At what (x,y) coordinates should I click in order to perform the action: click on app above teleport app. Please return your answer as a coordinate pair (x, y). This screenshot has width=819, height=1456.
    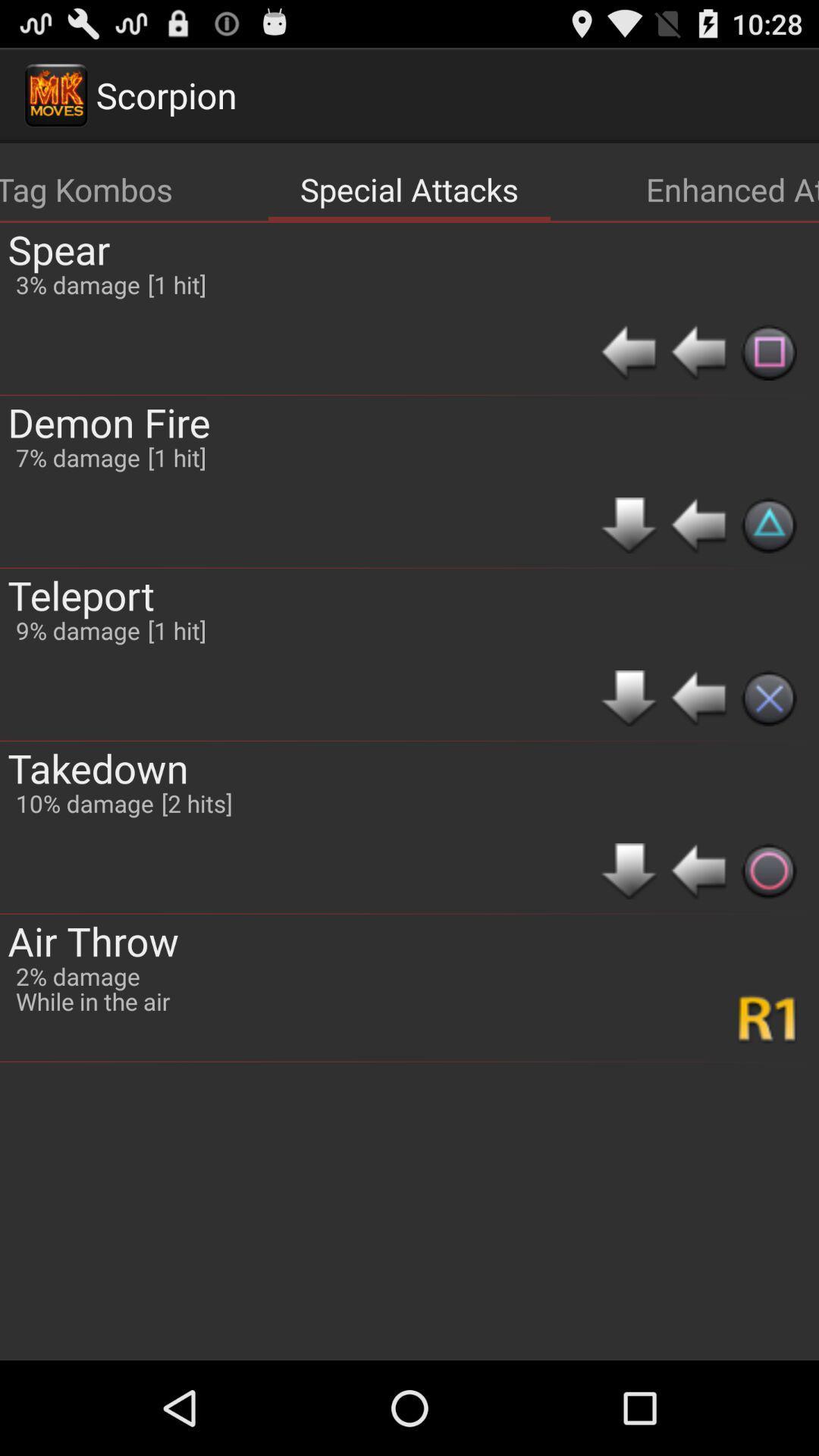
    Looking at the image, I should click on (108, 422).